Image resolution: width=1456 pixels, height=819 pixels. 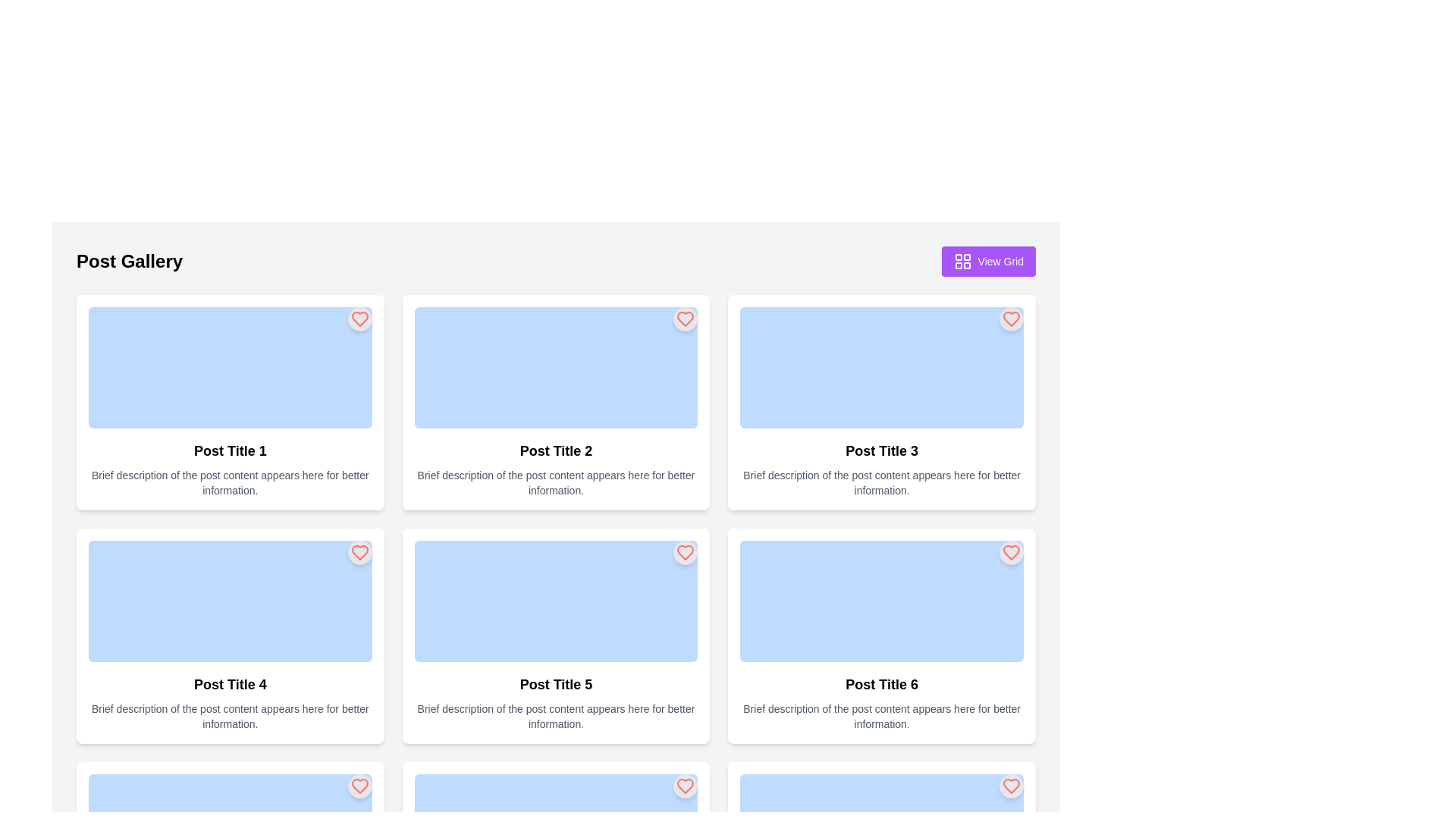 I want to click on the 'View Grid' button which contains a grid layout icon represented by four smaller squares in a 2x2 pattern, located in the top-right corner of the layout, so click(x=962, y=260).